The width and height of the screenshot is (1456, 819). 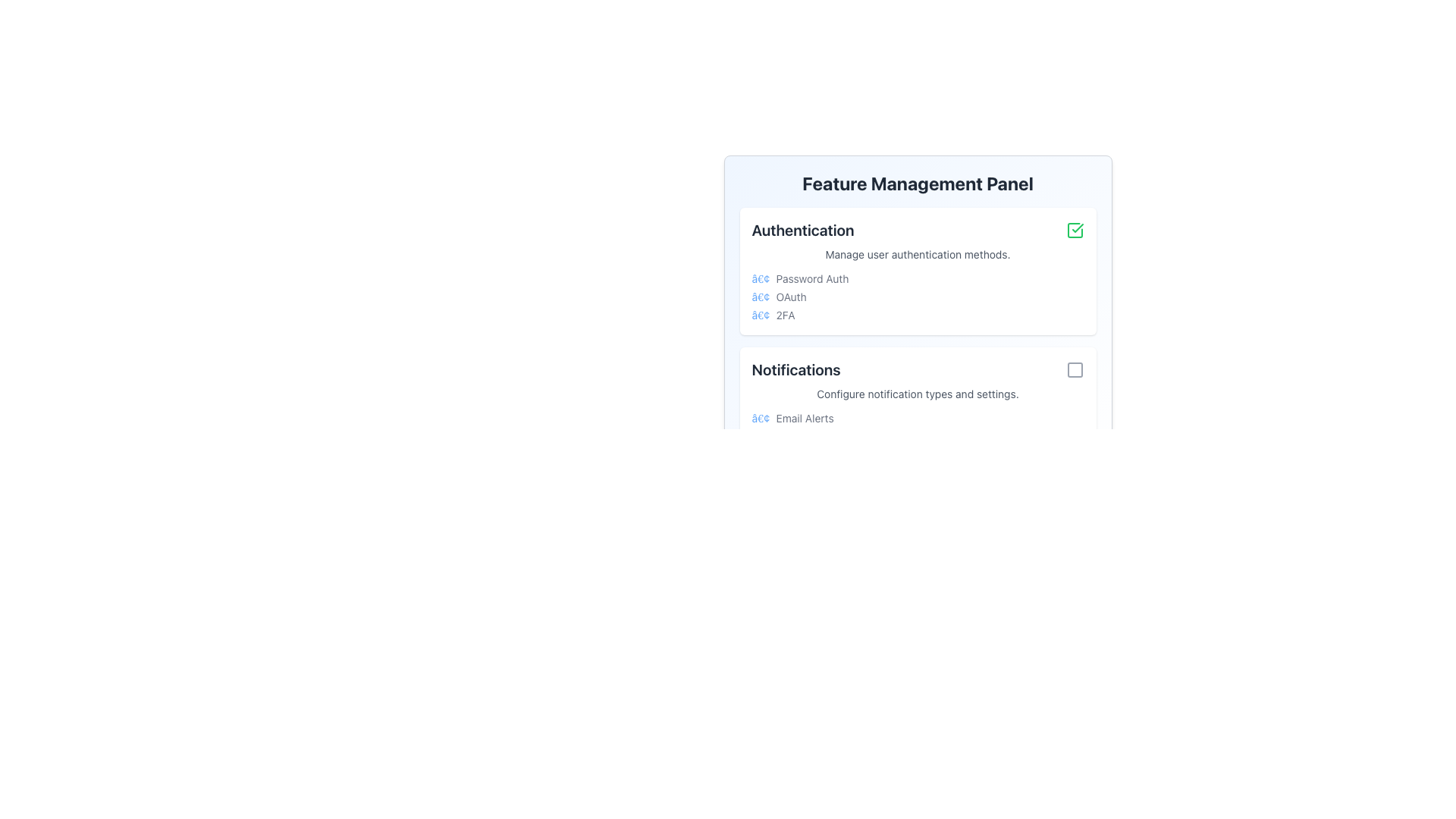 What do you see at coordinates (1074, 231) in the screenshot?
I see `the green outlined square check icon with a check mark inside it, located next to the 'Authentication' header` at bounding box center [1074, 231].